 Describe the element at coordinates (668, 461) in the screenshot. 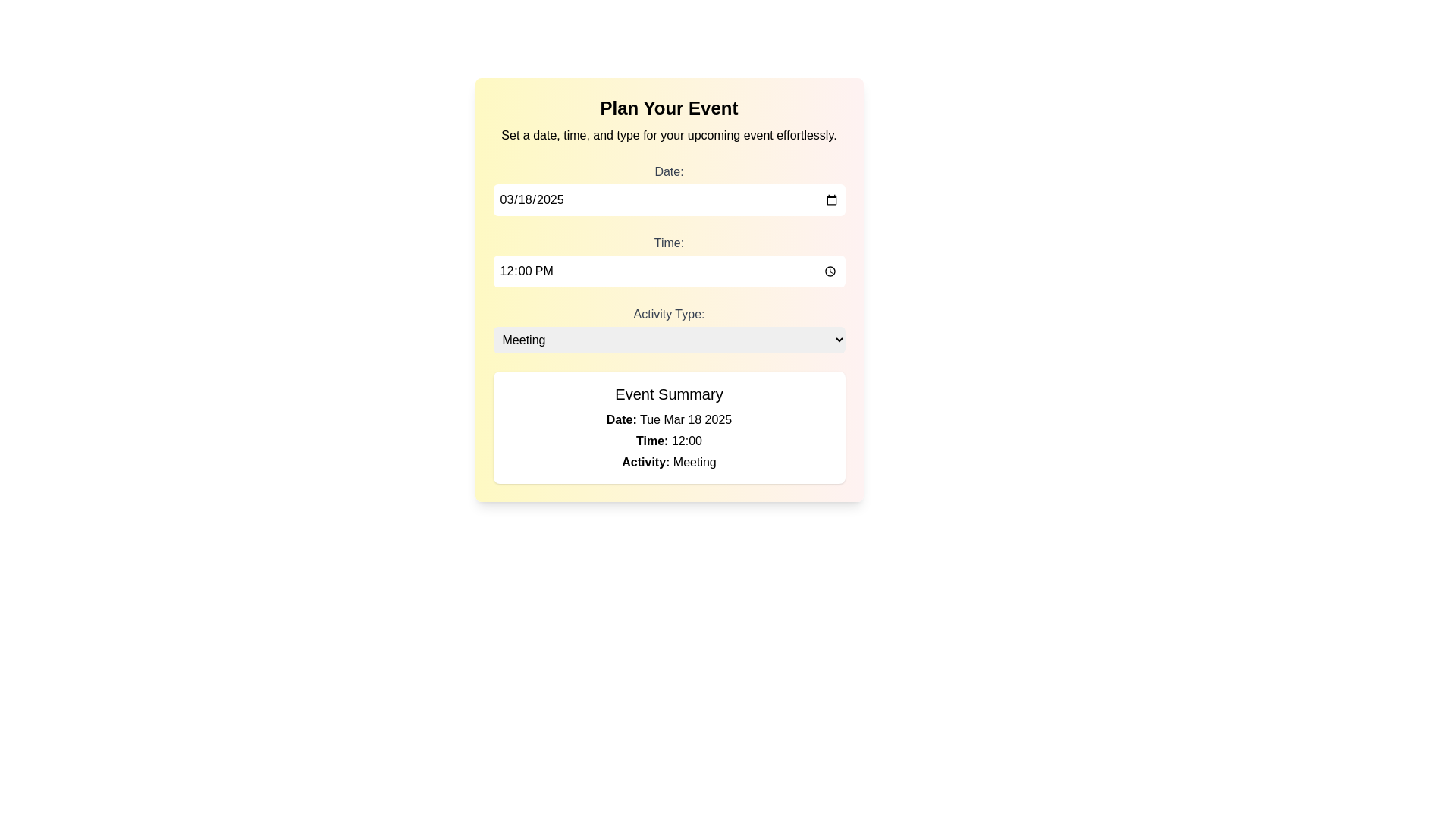

I see `the static text label element displaying 'Activity: Meeting', which is styled in bold and is located at the bottom of the 'Event Summary' box` at that location.